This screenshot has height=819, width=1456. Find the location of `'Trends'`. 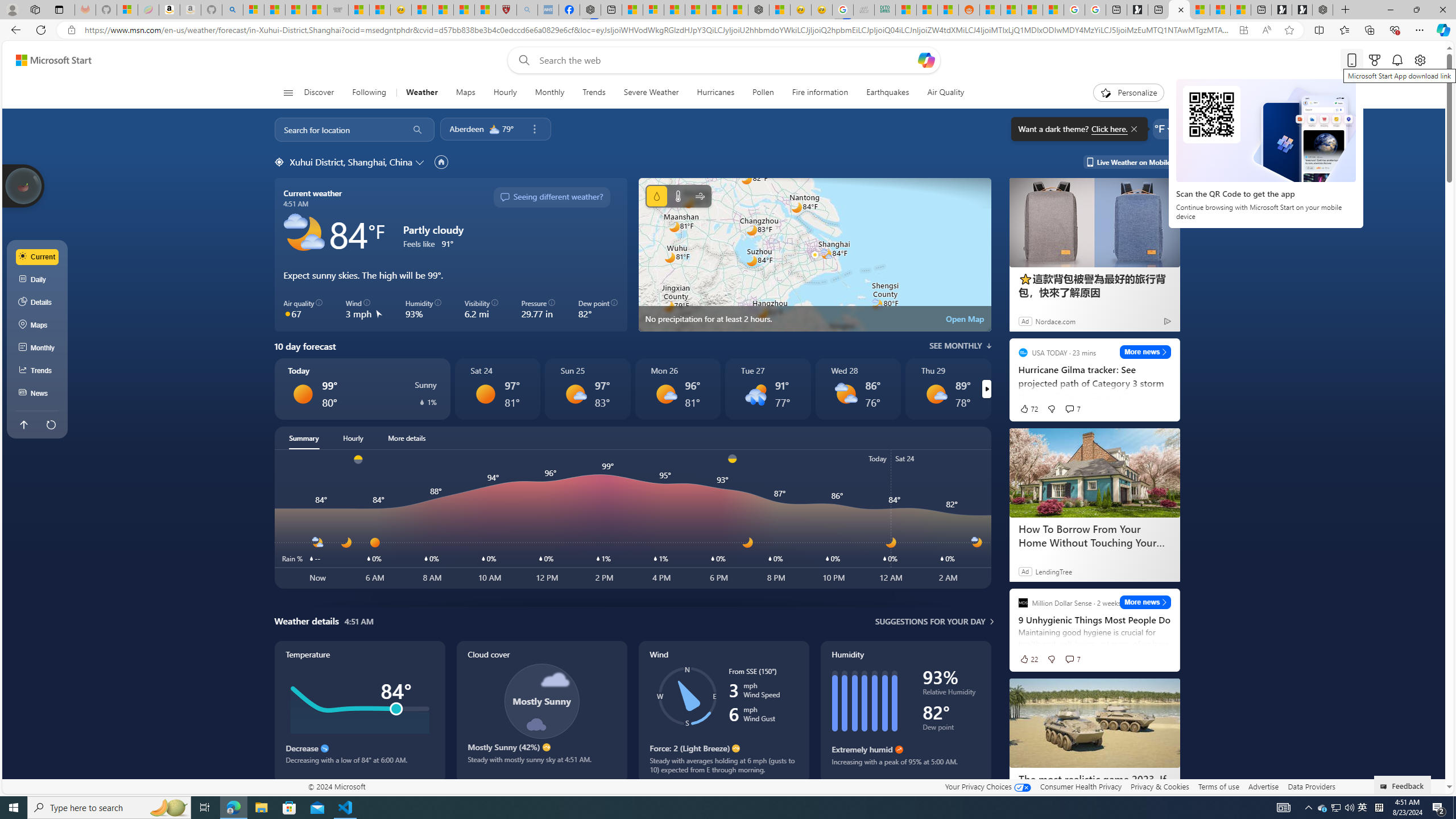

'Trends' is located at coordinates (593, 92).